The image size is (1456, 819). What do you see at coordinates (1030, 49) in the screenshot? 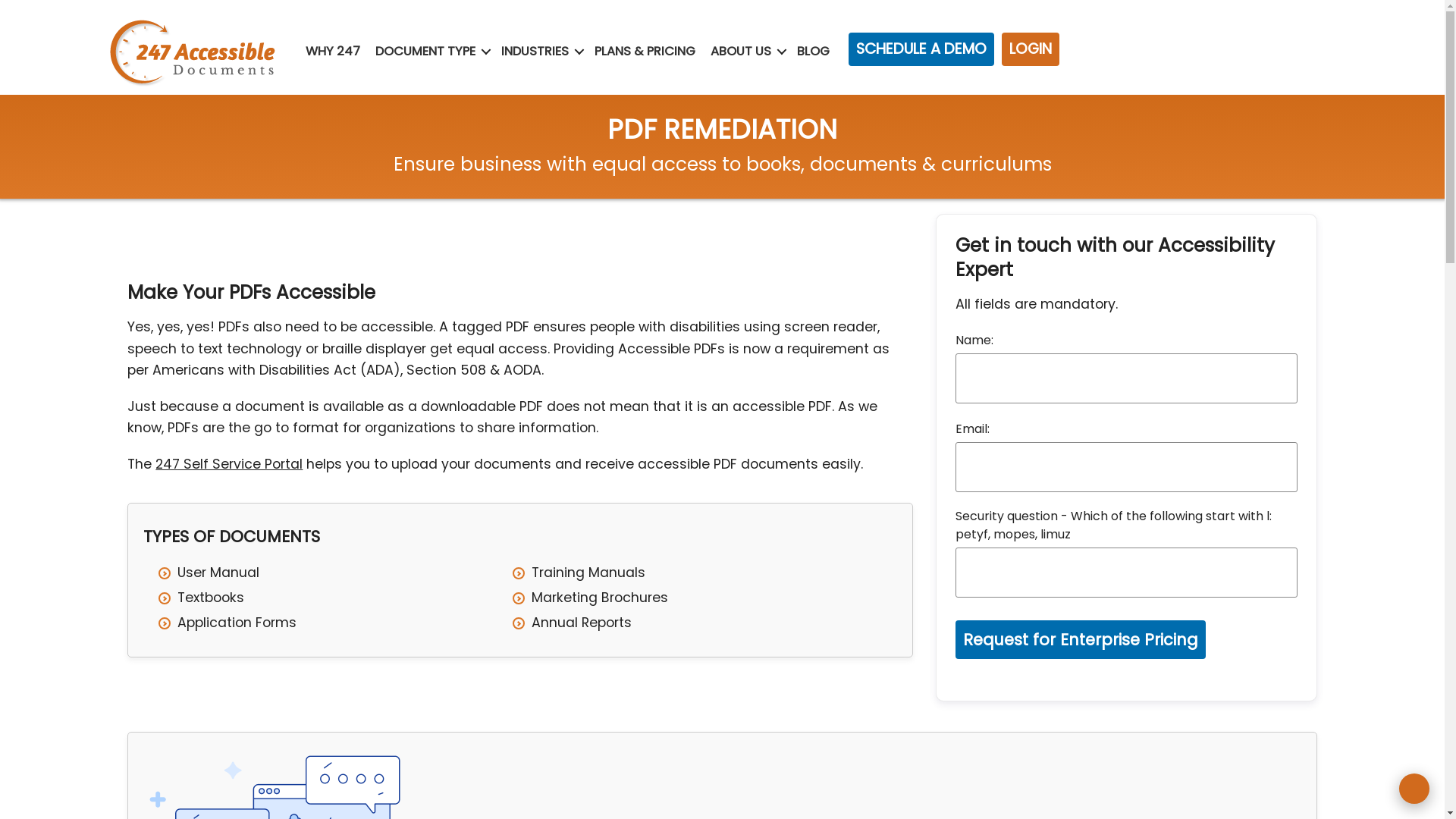
I see `'LOGIN'` at bounding box center [1030, 49].